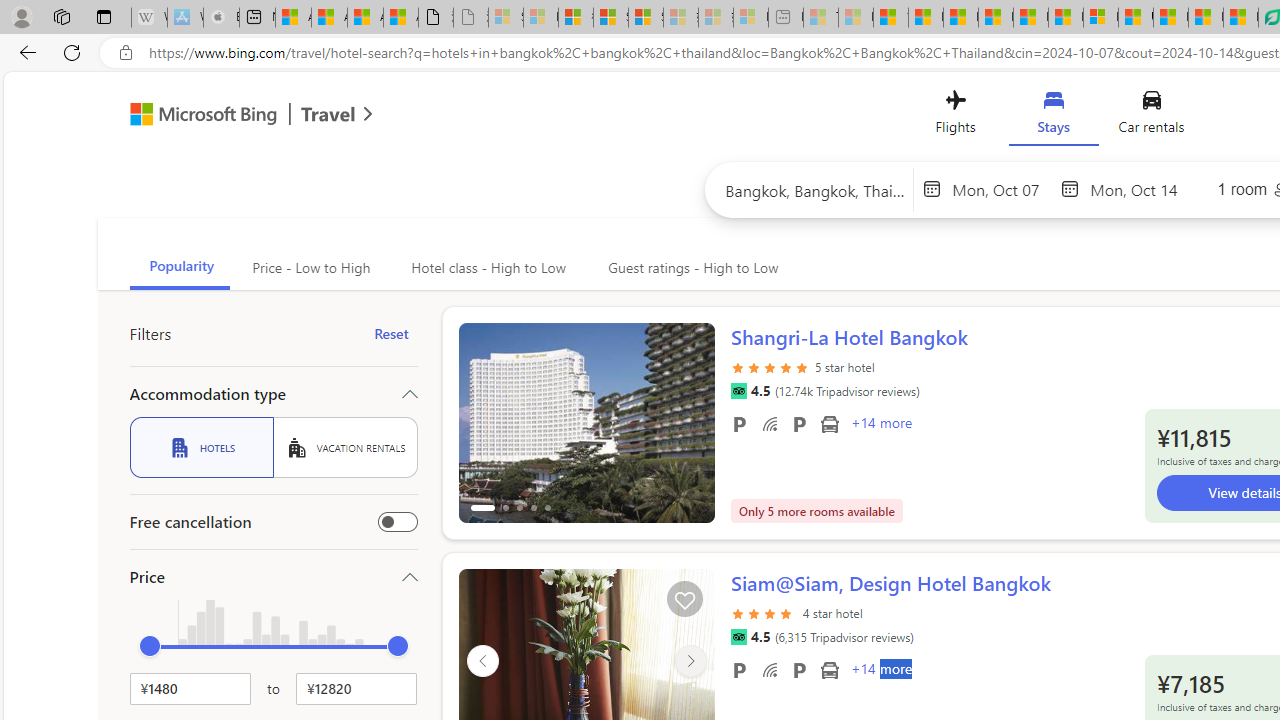 The width and height of the screenshot is (1280, 720). I want to click on 'US Heat Deaths Soared To Record High Last Year', so click(1136, 17).